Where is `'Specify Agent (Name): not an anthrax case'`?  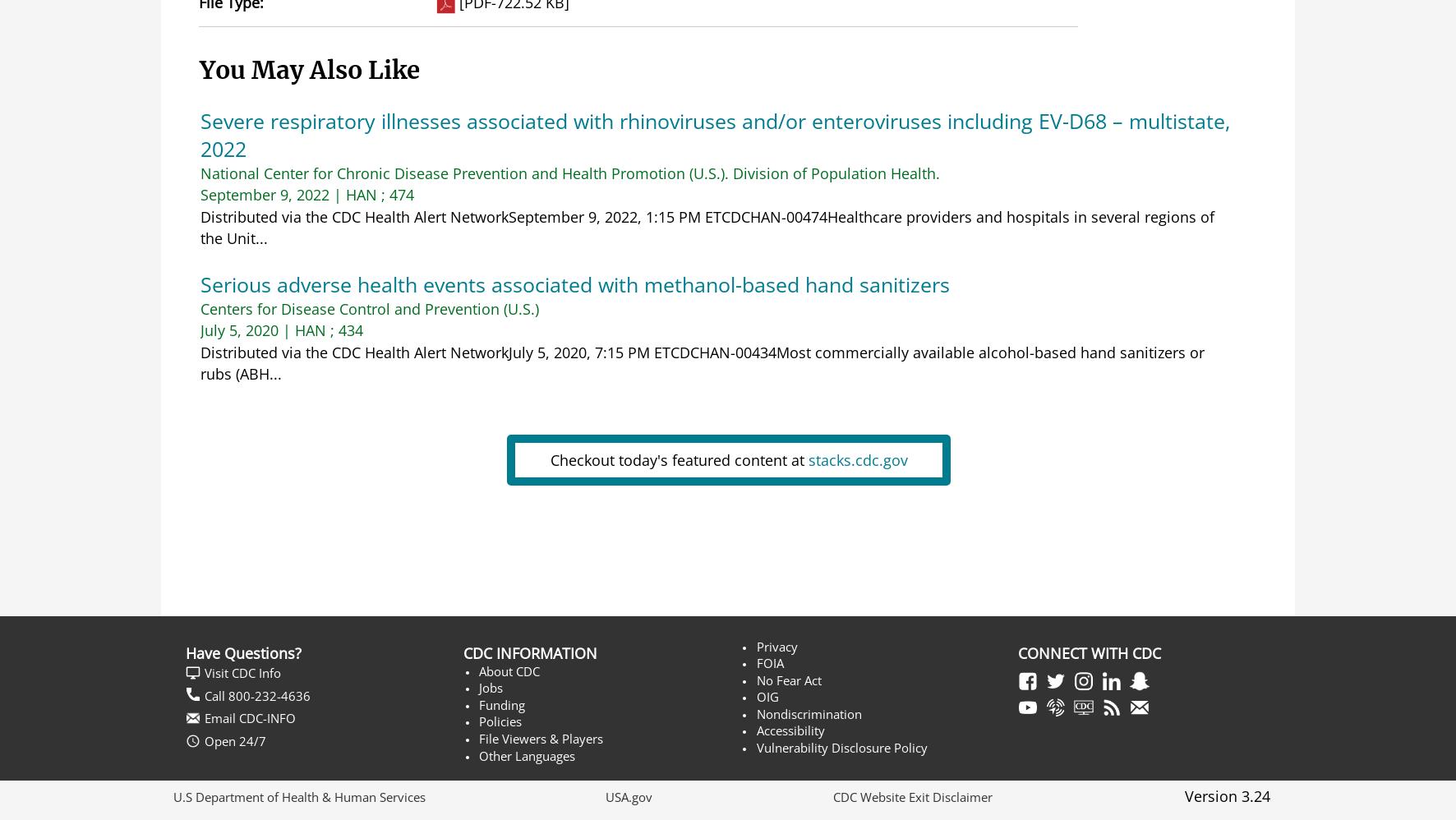
'Specify Agent (Name): not an anthrax case' is located at coordinates (580, 451).